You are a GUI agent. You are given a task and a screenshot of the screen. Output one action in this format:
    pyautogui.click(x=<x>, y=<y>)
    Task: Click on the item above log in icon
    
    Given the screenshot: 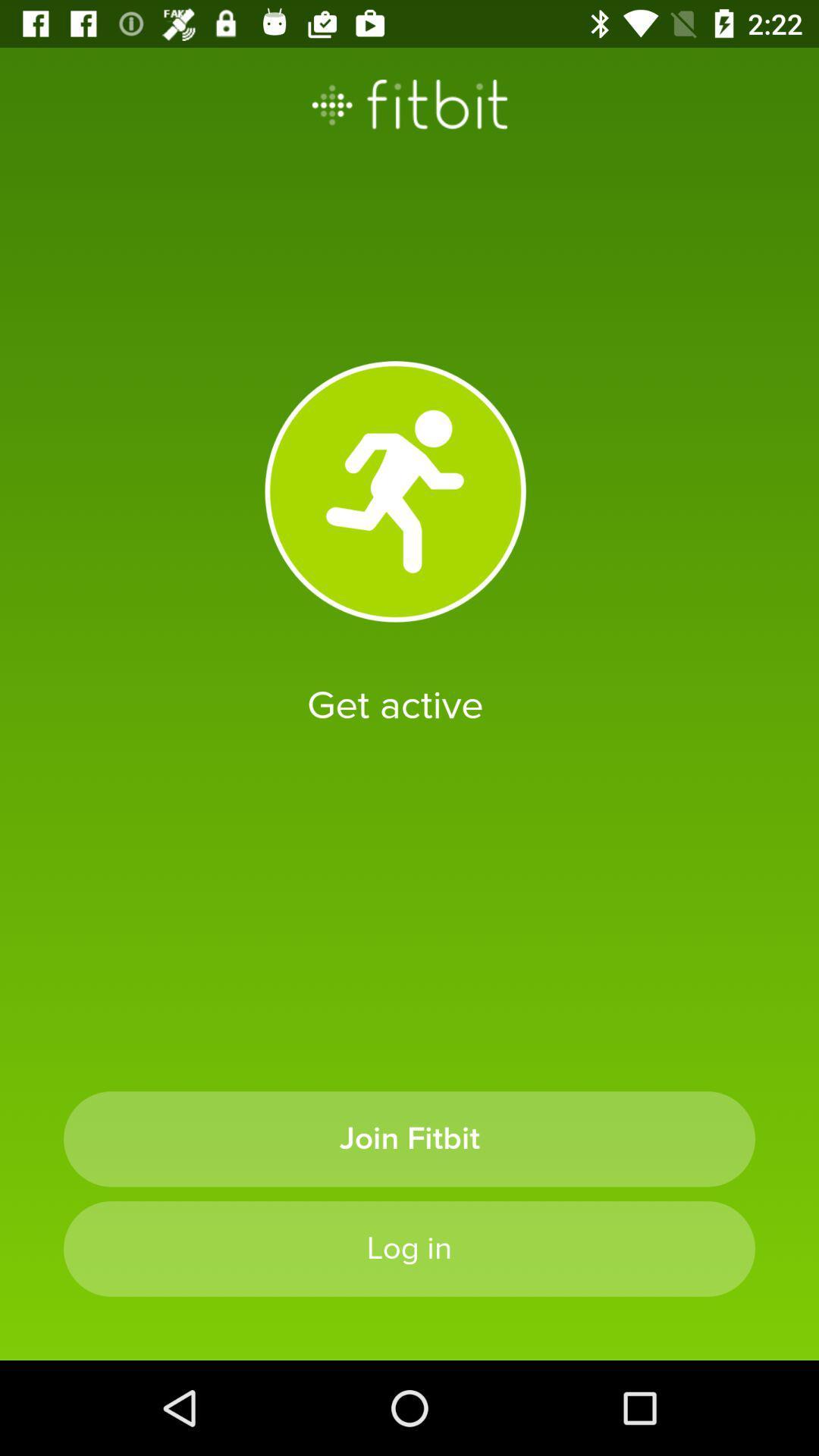 What is the action you would take?
    pyautogui.click(x=409, y=1139)
    